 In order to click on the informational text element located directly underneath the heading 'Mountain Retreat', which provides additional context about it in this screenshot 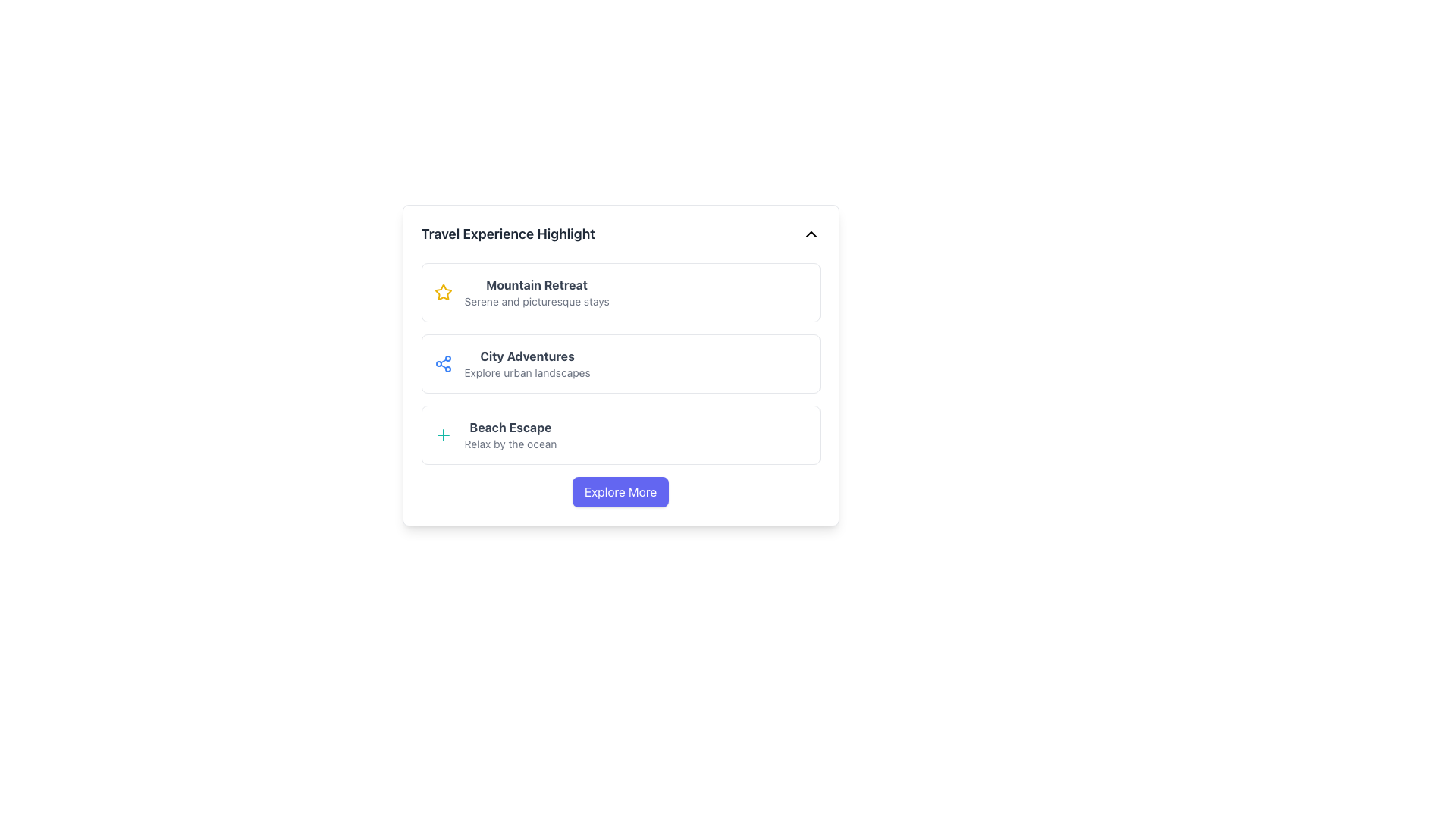, I will do `click(537, 301)`.